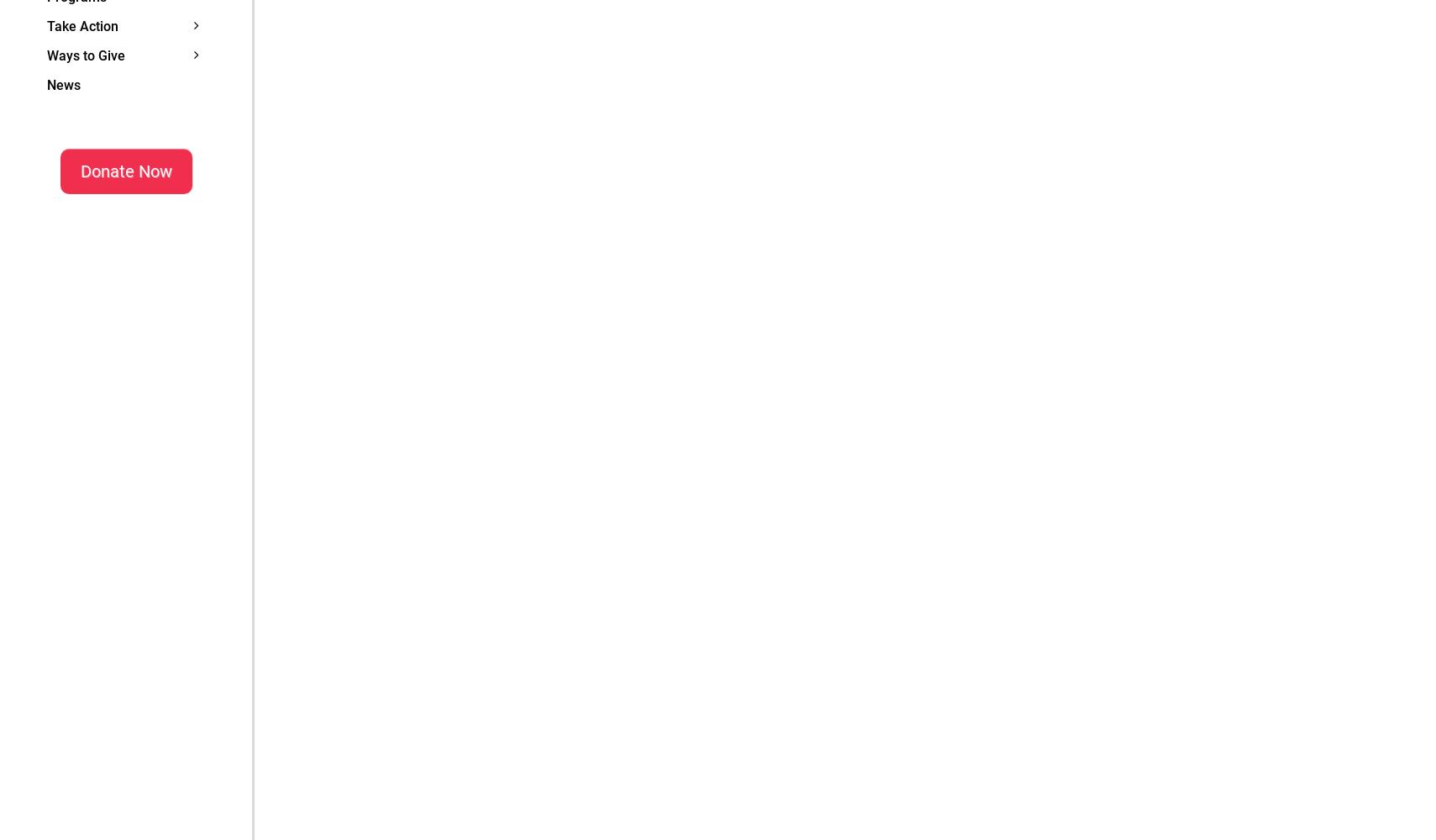  What do you see at coordinates (323, 18) in the screenshot?
I see `'Planned Giving'` at bounding box center [323, 18].